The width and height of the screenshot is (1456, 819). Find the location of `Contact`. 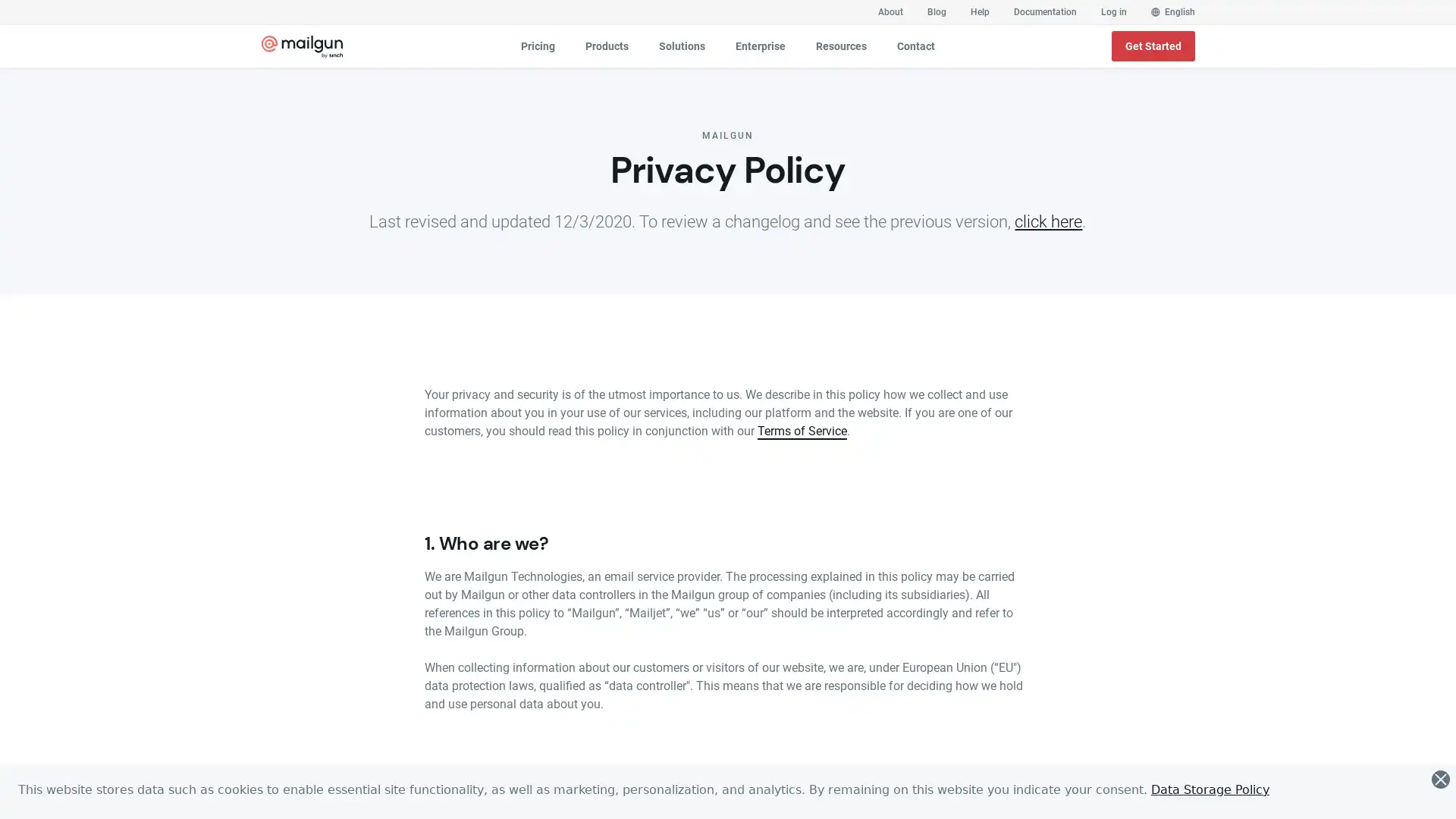

Contact is located at coordinates (914, 45).